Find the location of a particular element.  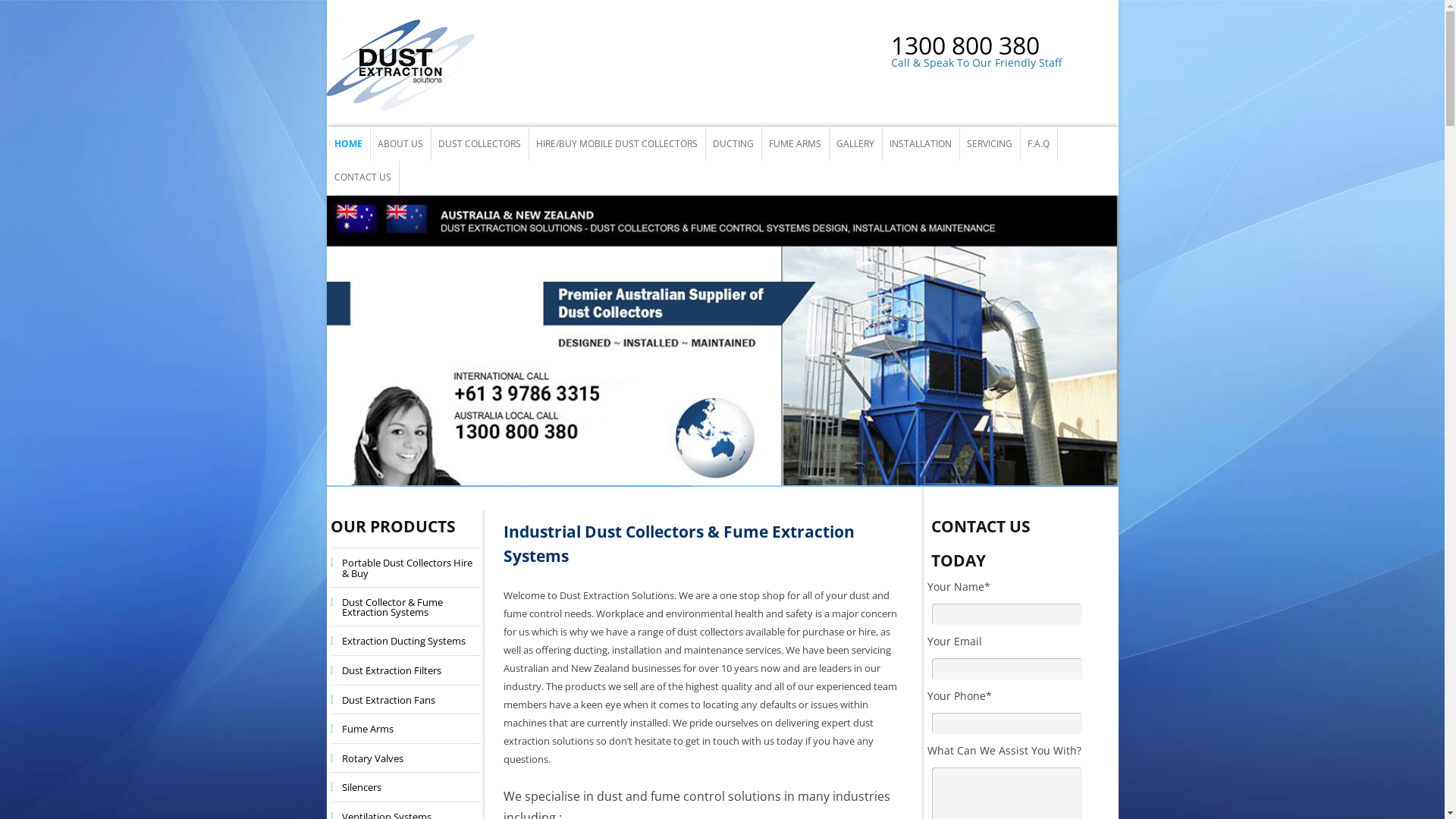

'GALLERY' is located at coordinates (855, 143).